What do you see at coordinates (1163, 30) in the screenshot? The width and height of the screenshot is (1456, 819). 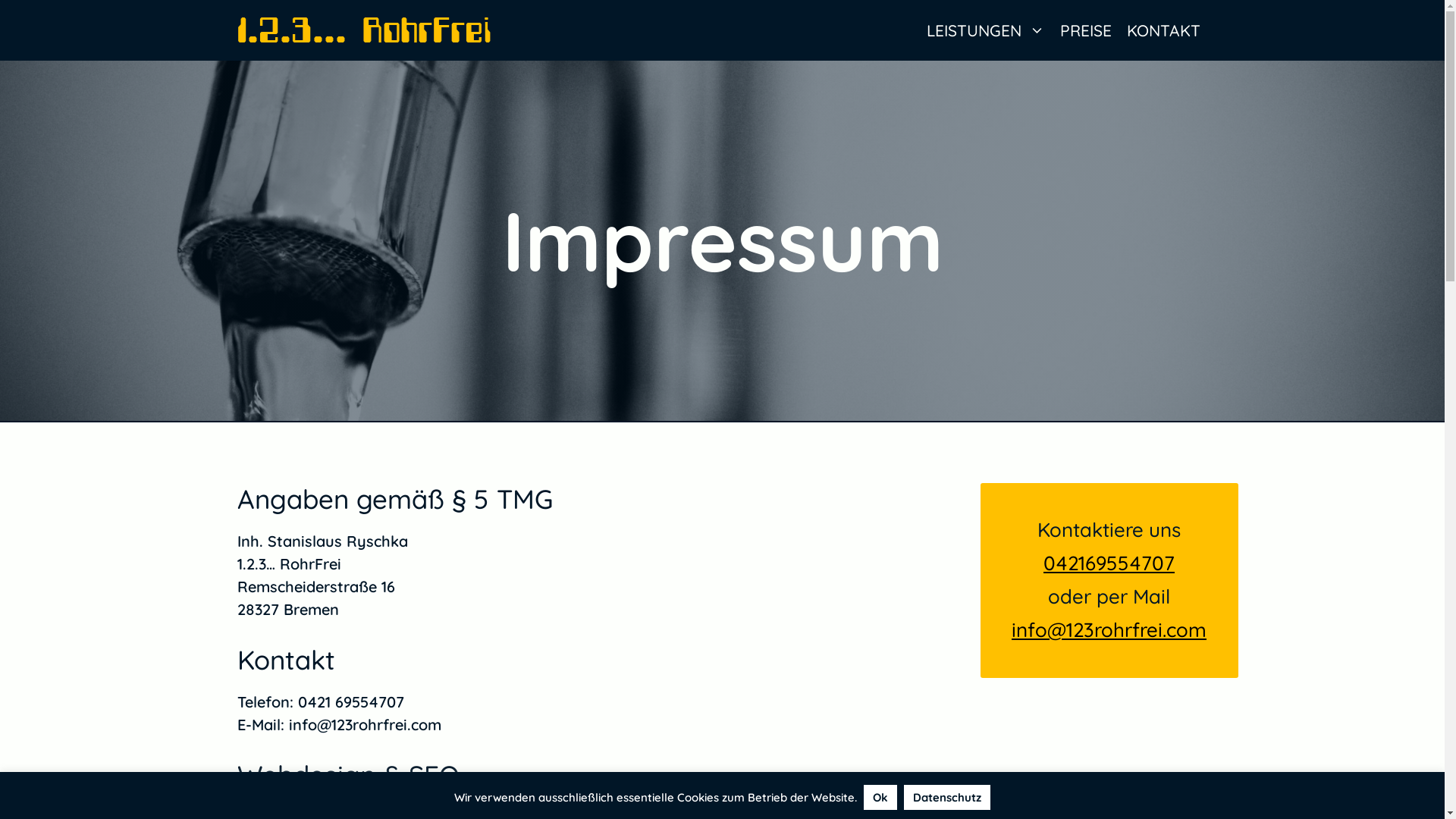 I see `'KONTAKT'` at bounding box center [1163, 30].